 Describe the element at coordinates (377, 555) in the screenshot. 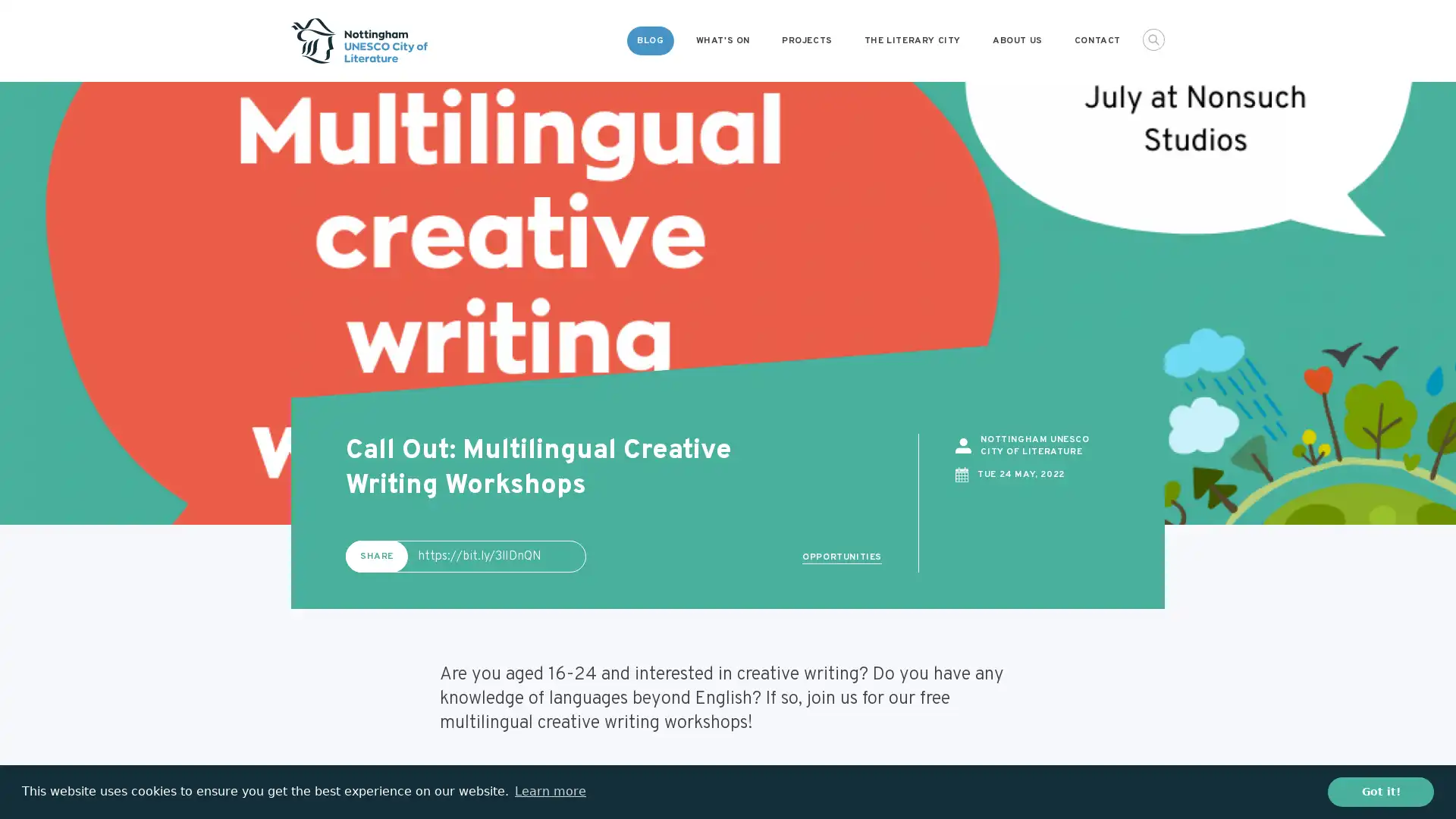

I see `SHARE` at that location.